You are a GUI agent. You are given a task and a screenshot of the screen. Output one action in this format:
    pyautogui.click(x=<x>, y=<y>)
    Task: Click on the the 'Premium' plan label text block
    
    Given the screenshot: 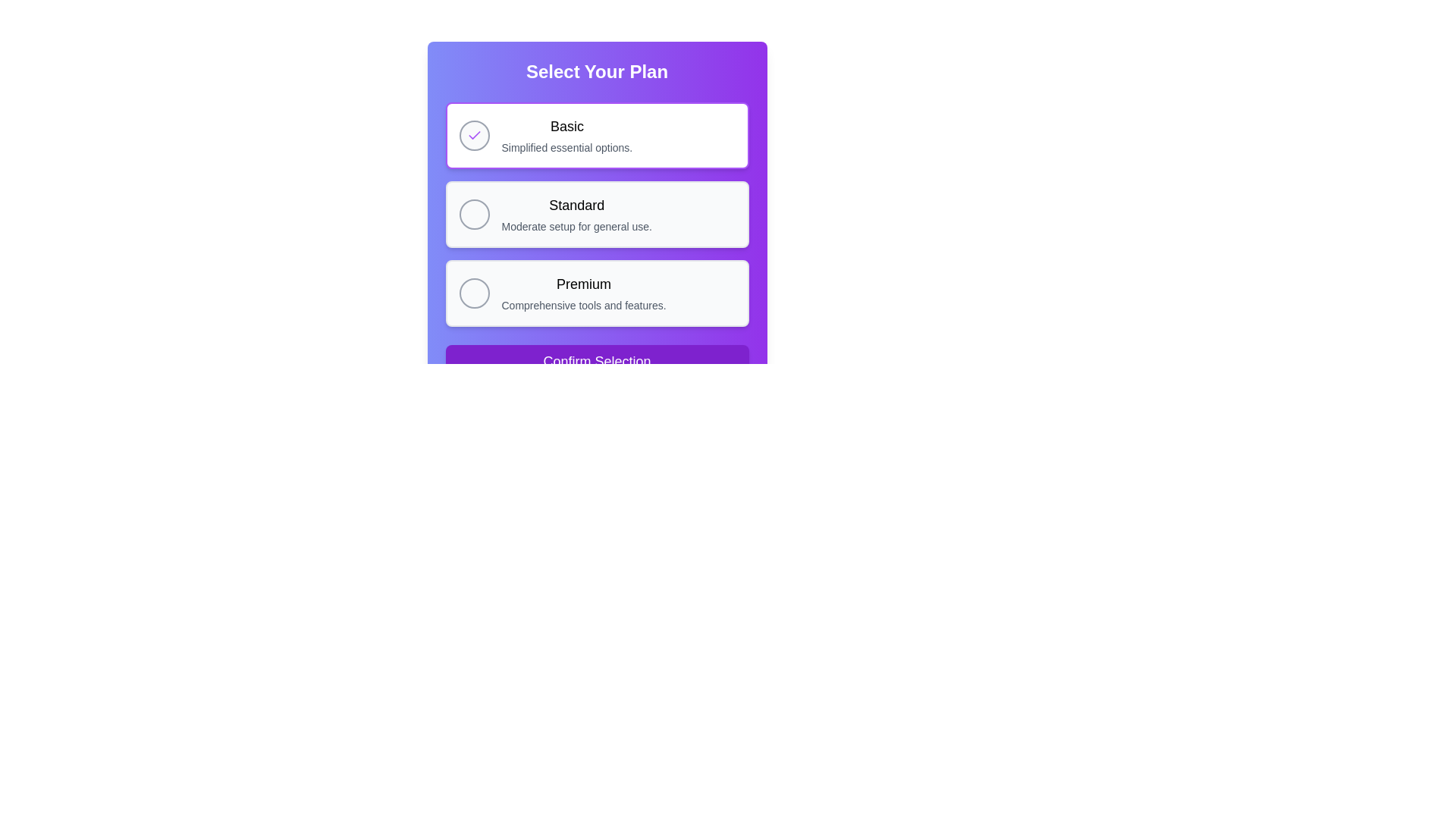 What is the action you would take?
    pyautogui.click(x=583, y=293)
    